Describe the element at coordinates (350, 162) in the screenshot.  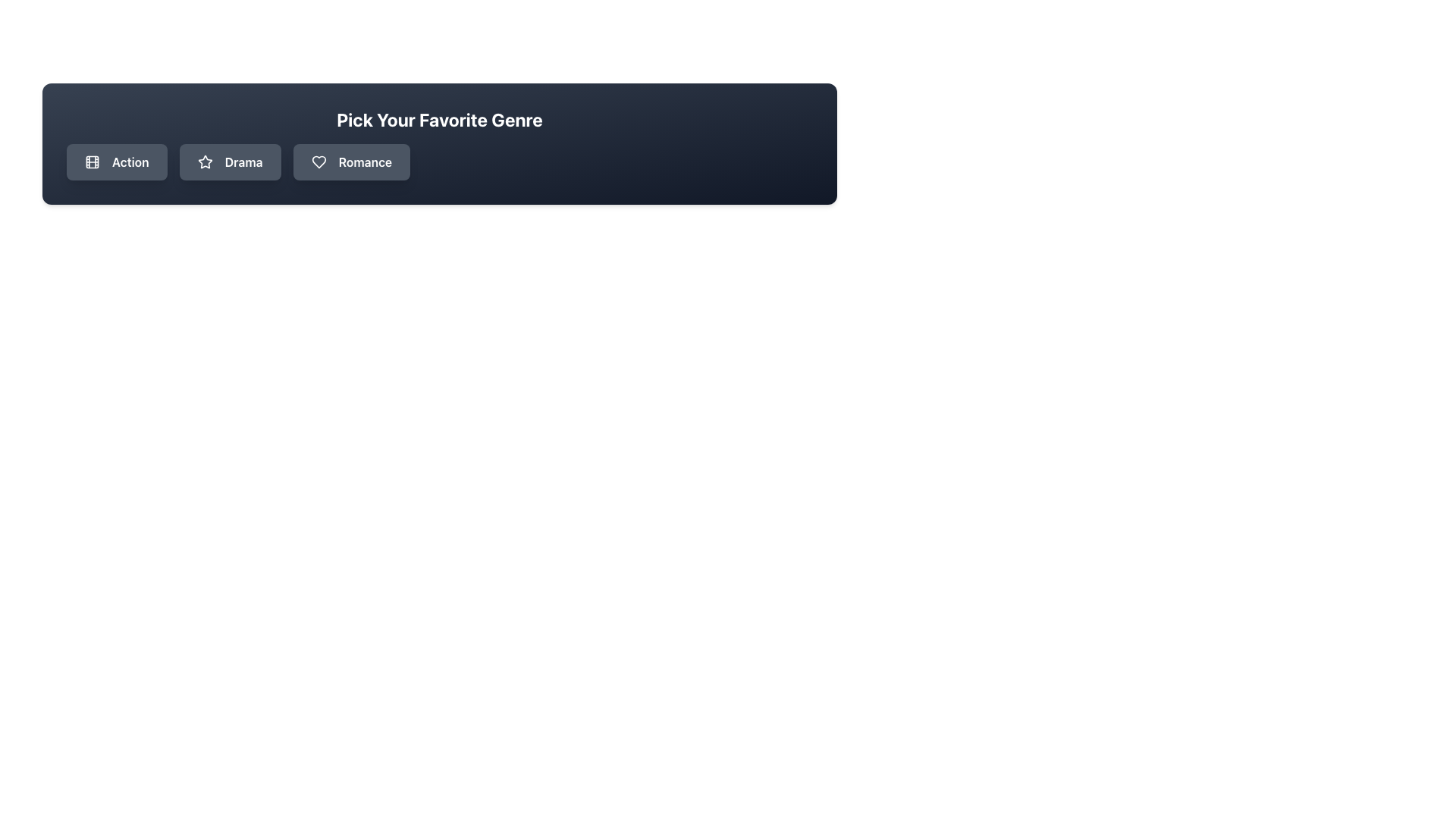
I see `the 'Romance' button, which is a rectangular button with a dark gray background, a white heart icon on the left, and the word 'Romance' in white text on the right, located in the 'Pick Your Favorite Genre' section` at that location.